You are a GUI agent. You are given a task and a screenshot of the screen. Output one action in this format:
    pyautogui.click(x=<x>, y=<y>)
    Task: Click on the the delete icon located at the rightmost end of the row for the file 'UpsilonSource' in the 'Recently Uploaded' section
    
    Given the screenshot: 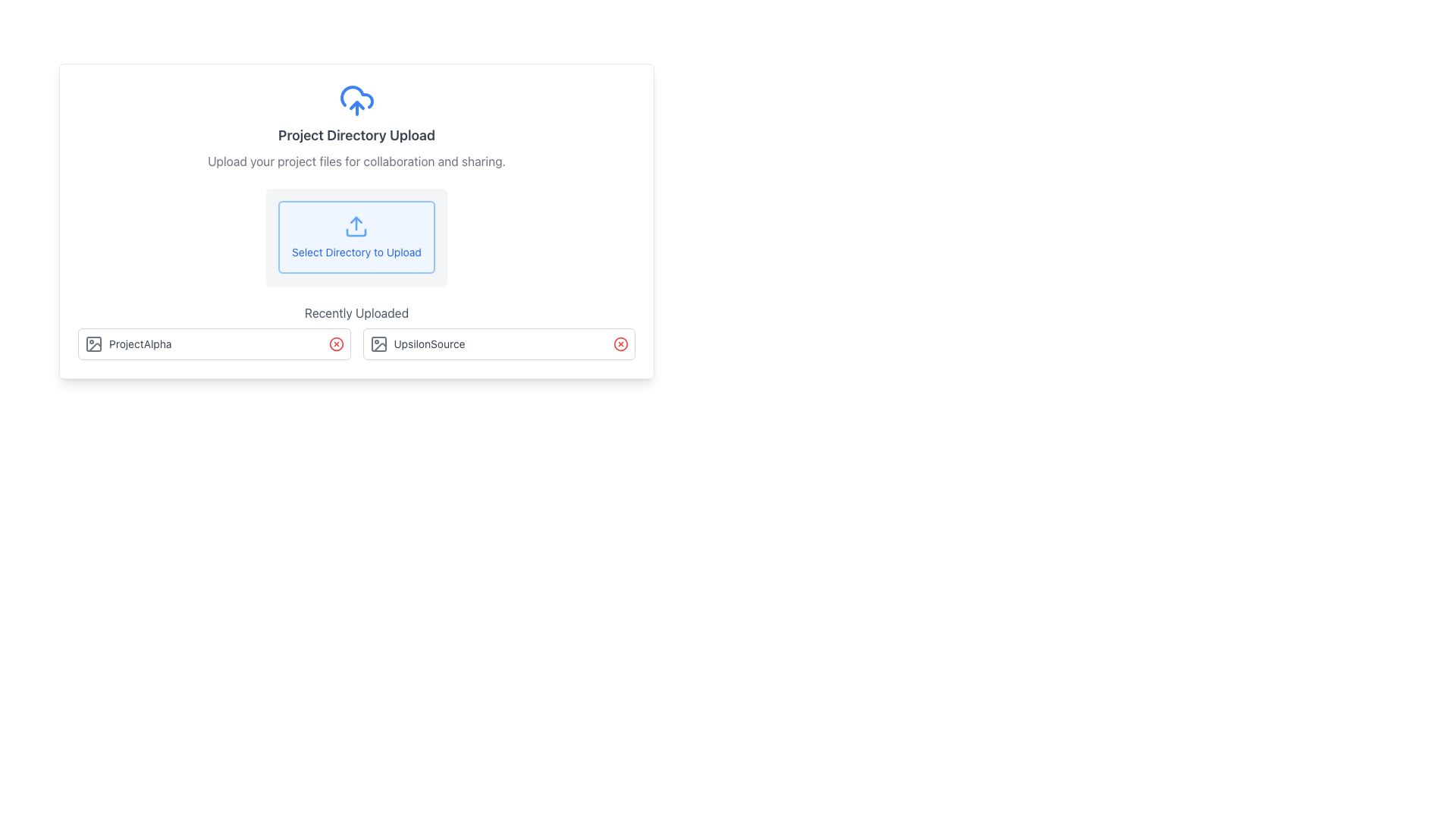 What is the action you would take?
    pyautogui.click(x=621, y=344)
    